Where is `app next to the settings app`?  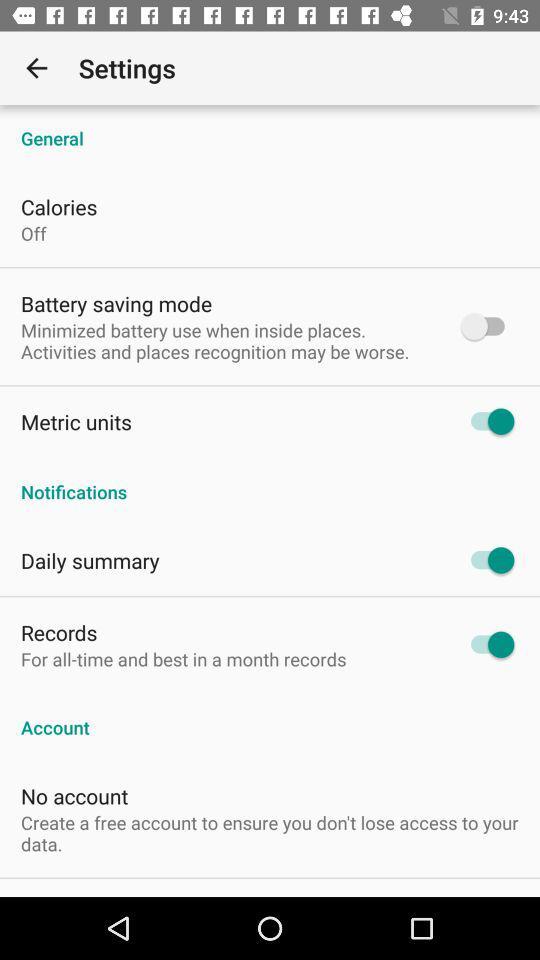
app next to the settings app is located at coordinates (36, 68).